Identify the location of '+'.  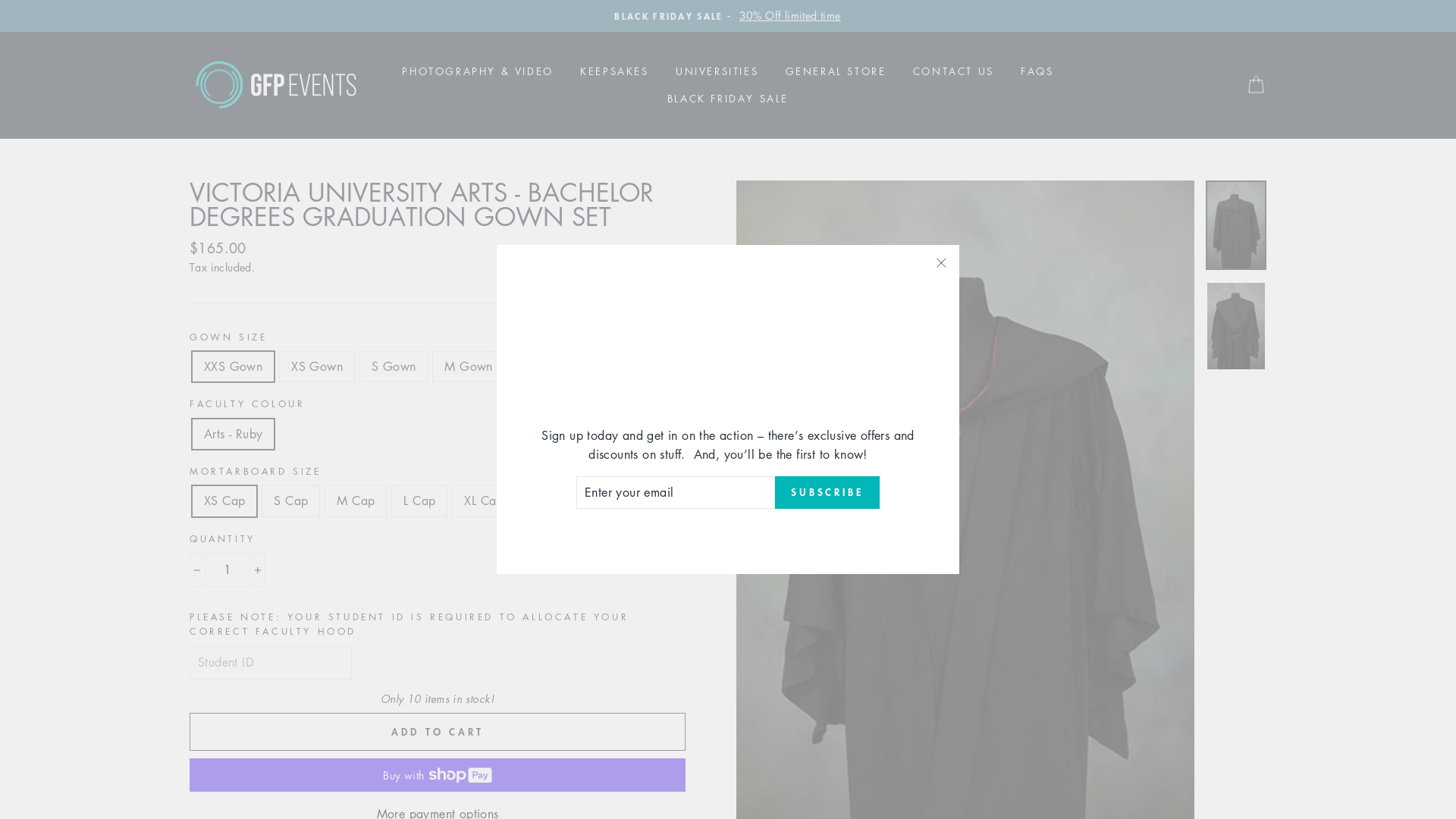
(249, 570).